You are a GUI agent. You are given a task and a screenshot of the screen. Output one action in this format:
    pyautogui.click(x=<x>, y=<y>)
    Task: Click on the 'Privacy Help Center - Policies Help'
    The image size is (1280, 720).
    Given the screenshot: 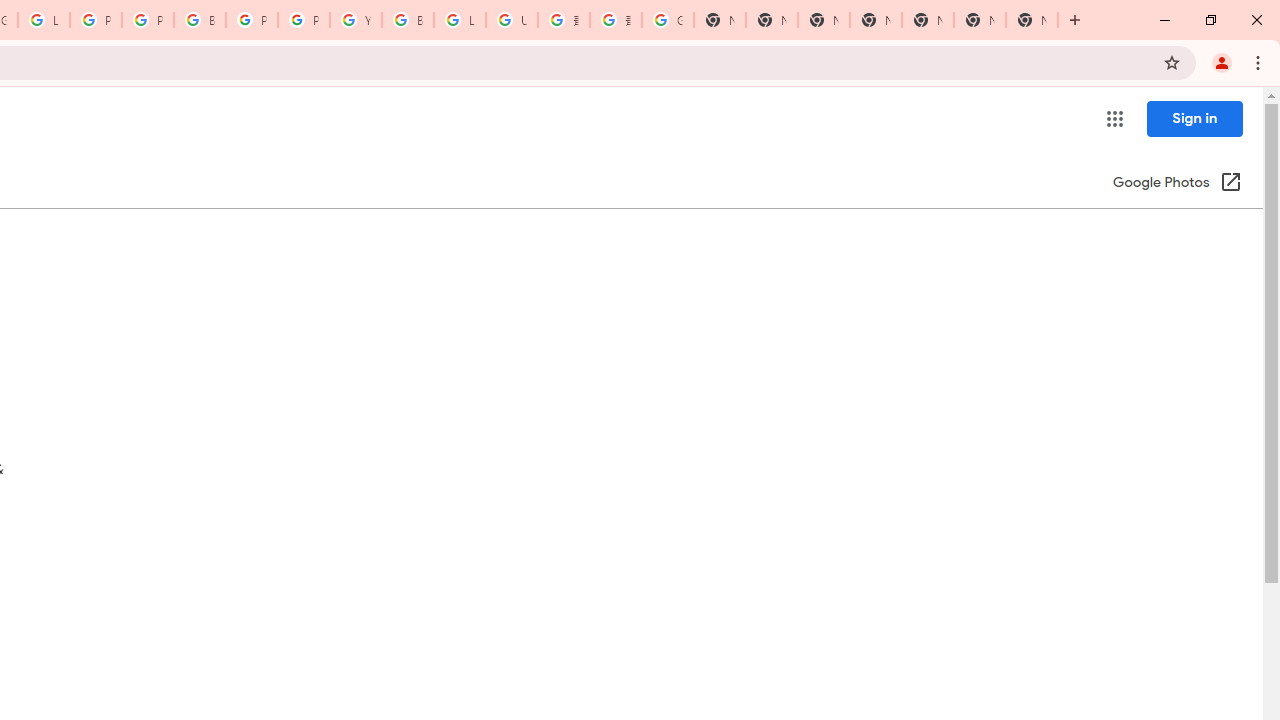 What is the action you would take?
    pyautogui.click(x=146, y=20)
    